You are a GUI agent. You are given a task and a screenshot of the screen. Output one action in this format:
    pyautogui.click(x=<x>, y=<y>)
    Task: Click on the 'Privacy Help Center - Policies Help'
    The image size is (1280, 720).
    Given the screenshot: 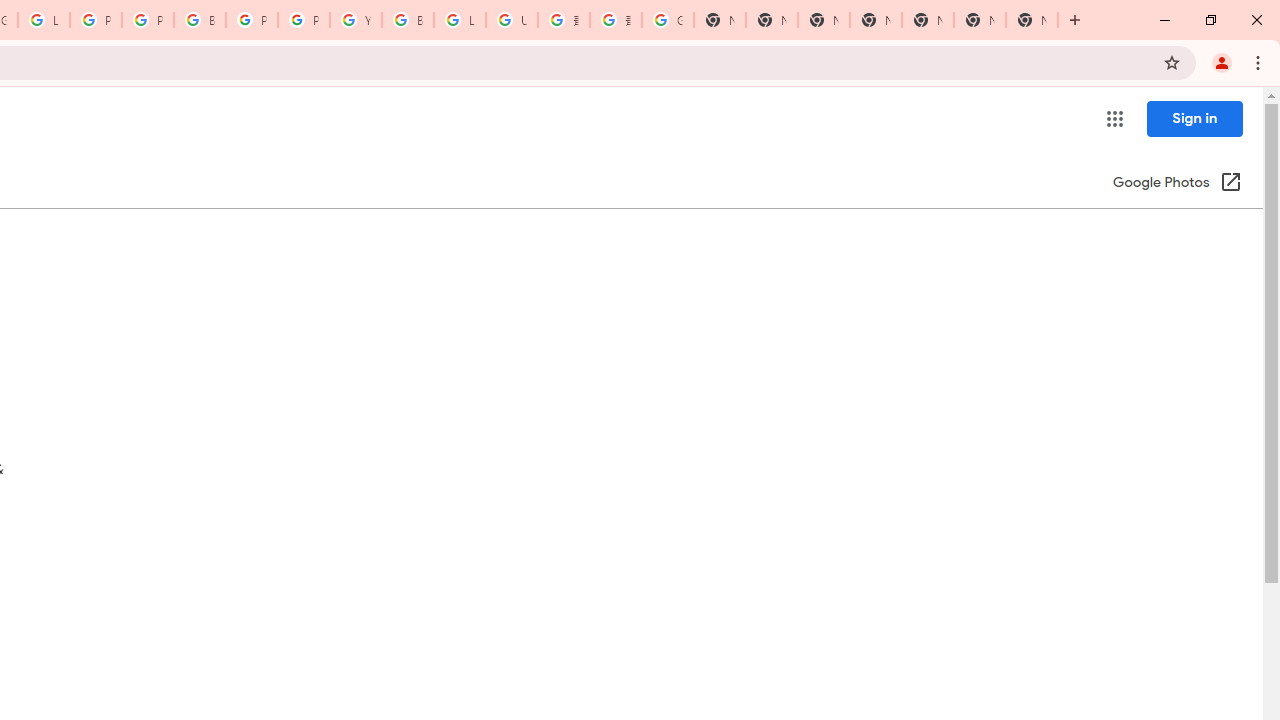 What is the action you would take?
    pyautogui.click(x=146, y=20)
    